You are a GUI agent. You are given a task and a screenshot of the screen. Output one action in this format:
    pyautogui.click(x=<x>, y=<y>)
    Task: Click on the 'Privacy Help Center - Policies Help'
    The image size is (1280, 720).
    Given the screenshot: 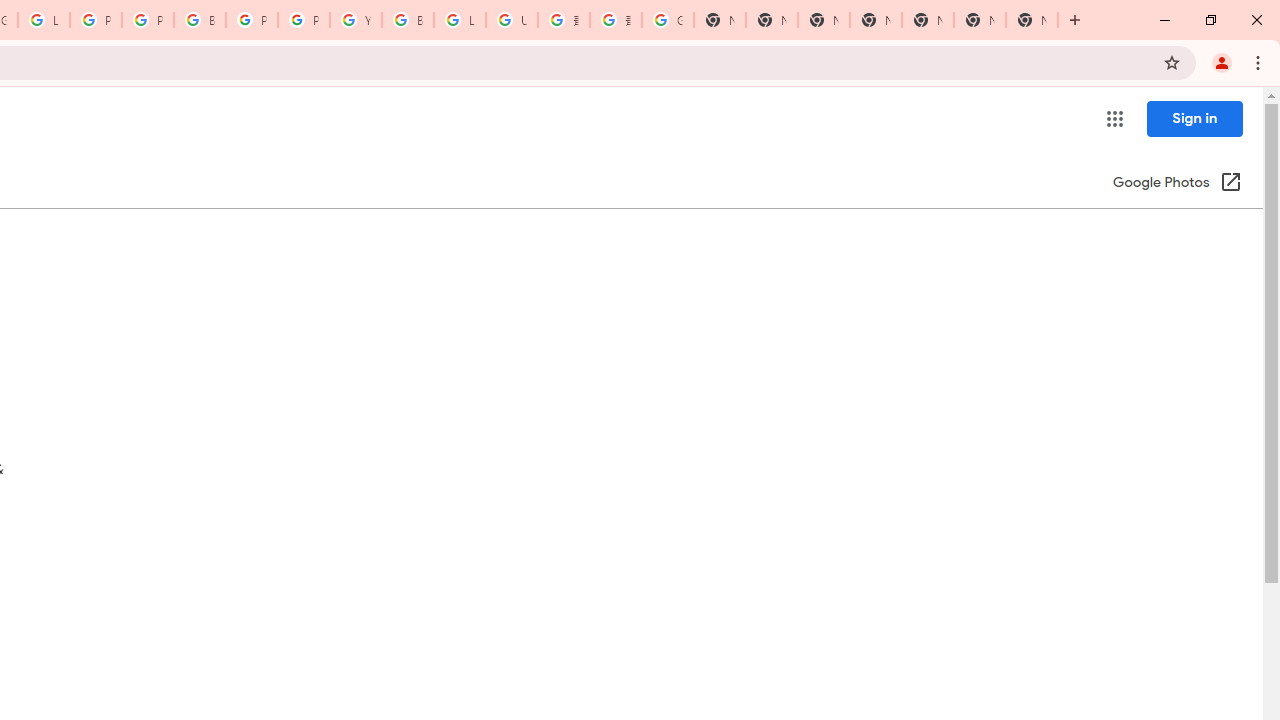 What is the action you would take?
    pyautogui.click(x=146, y=20)
    